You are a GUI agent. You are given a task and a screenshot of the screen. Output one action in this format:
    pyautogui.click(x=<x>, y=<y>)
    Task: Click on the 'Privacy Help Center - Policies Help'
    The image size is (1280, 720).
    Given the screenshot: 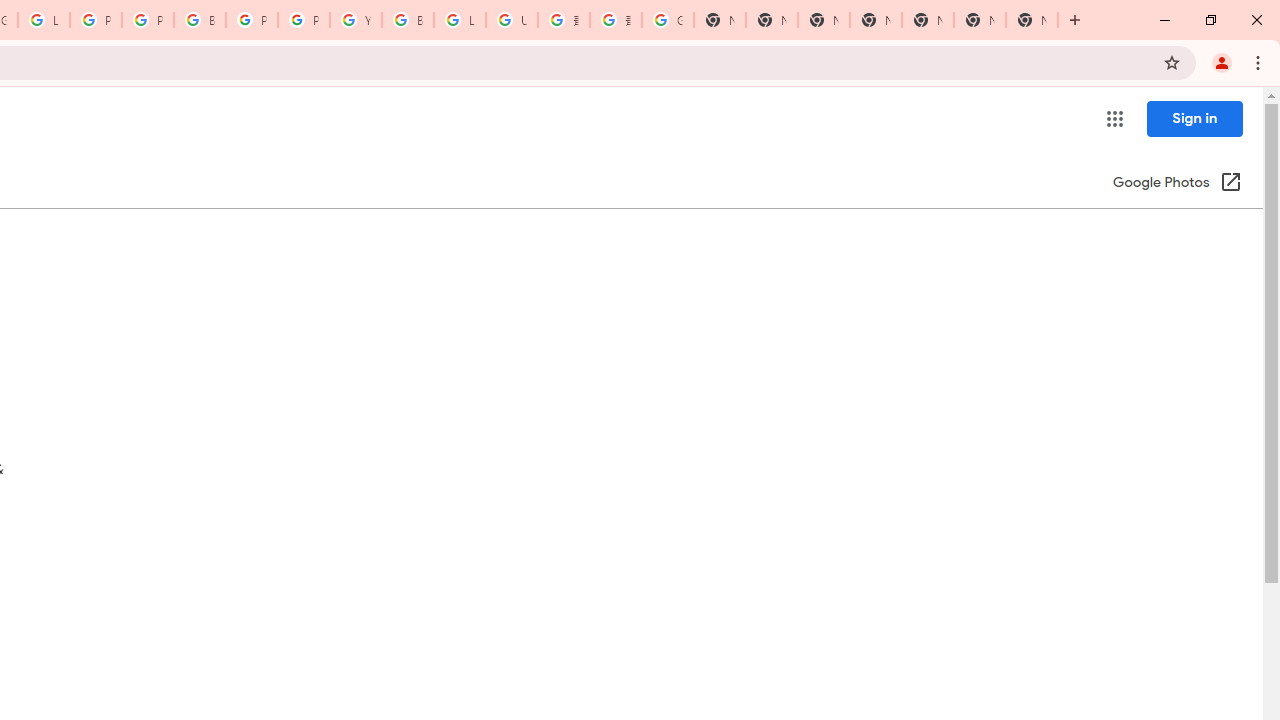 What is the action you would take?
    pyautogui.click(x=146, y=20)
    